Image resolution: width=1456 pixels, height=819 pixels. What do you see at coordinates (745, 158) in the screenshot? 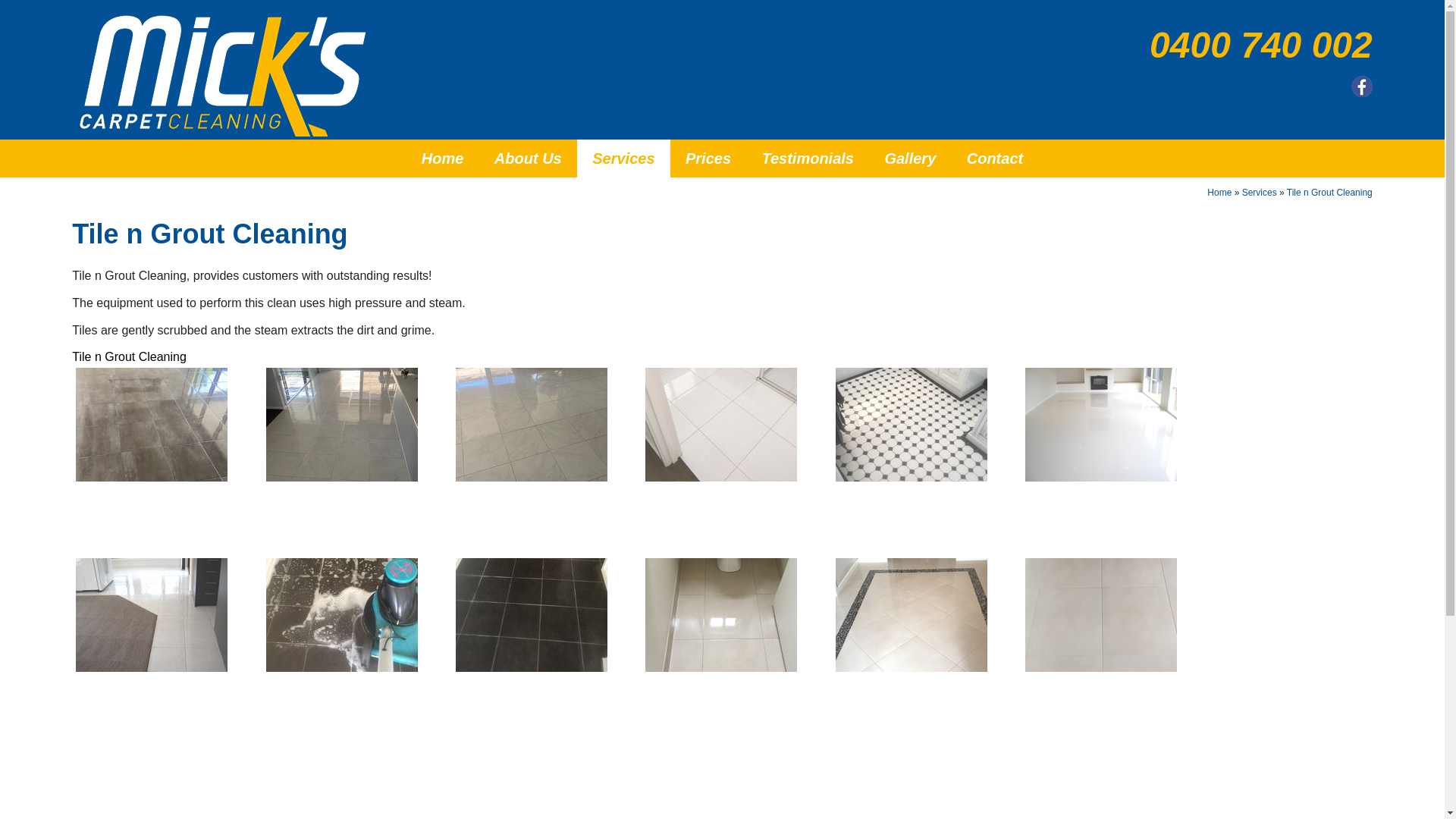
I see `'Testimonials'` at bounding box center [745, 158].